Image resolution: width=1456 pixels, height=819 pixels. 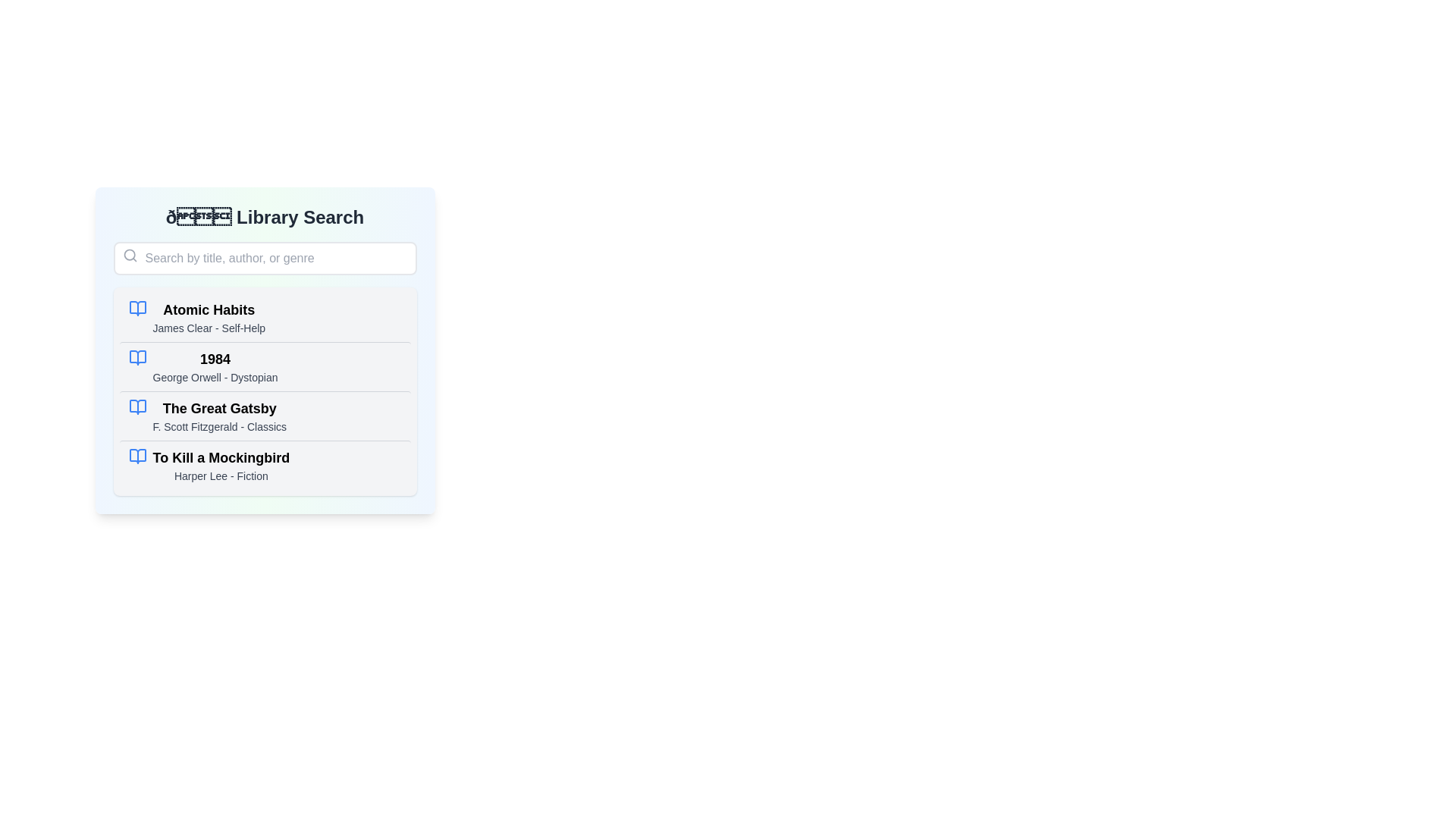 What do you see at coordinates (208, 309) in the screenshot?
I see `the title text of the library entry for 'Atomic Habits'` at bounding box center [208, 309].